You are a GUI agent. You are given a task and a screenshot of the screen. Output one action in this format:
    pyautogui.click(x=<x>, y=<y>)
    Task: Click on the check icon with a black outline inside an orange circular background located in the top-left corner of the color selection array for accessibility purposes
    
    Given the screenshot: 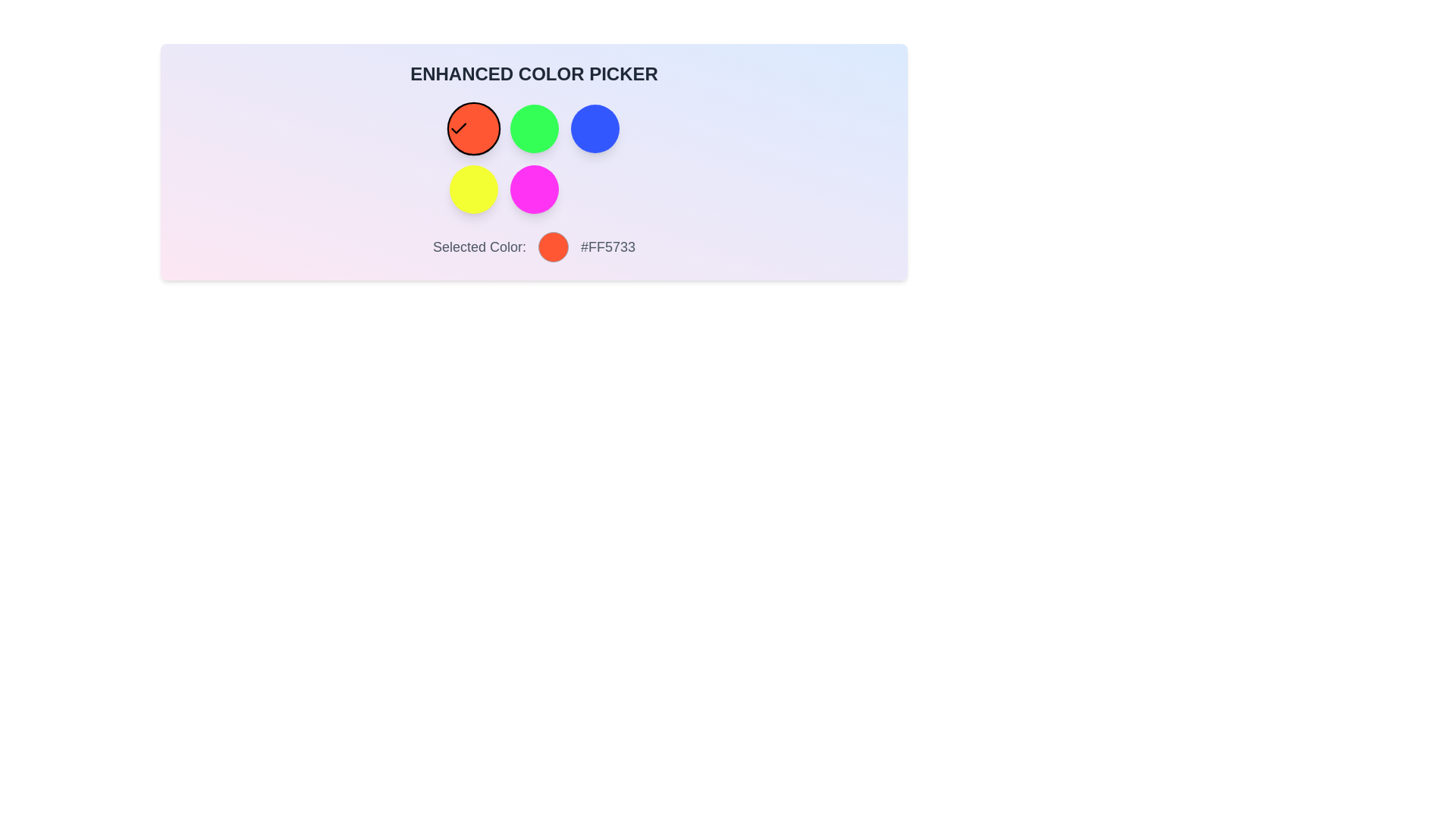 What is the action you would take?
    pyautogui.click(x=457, y=127)
    